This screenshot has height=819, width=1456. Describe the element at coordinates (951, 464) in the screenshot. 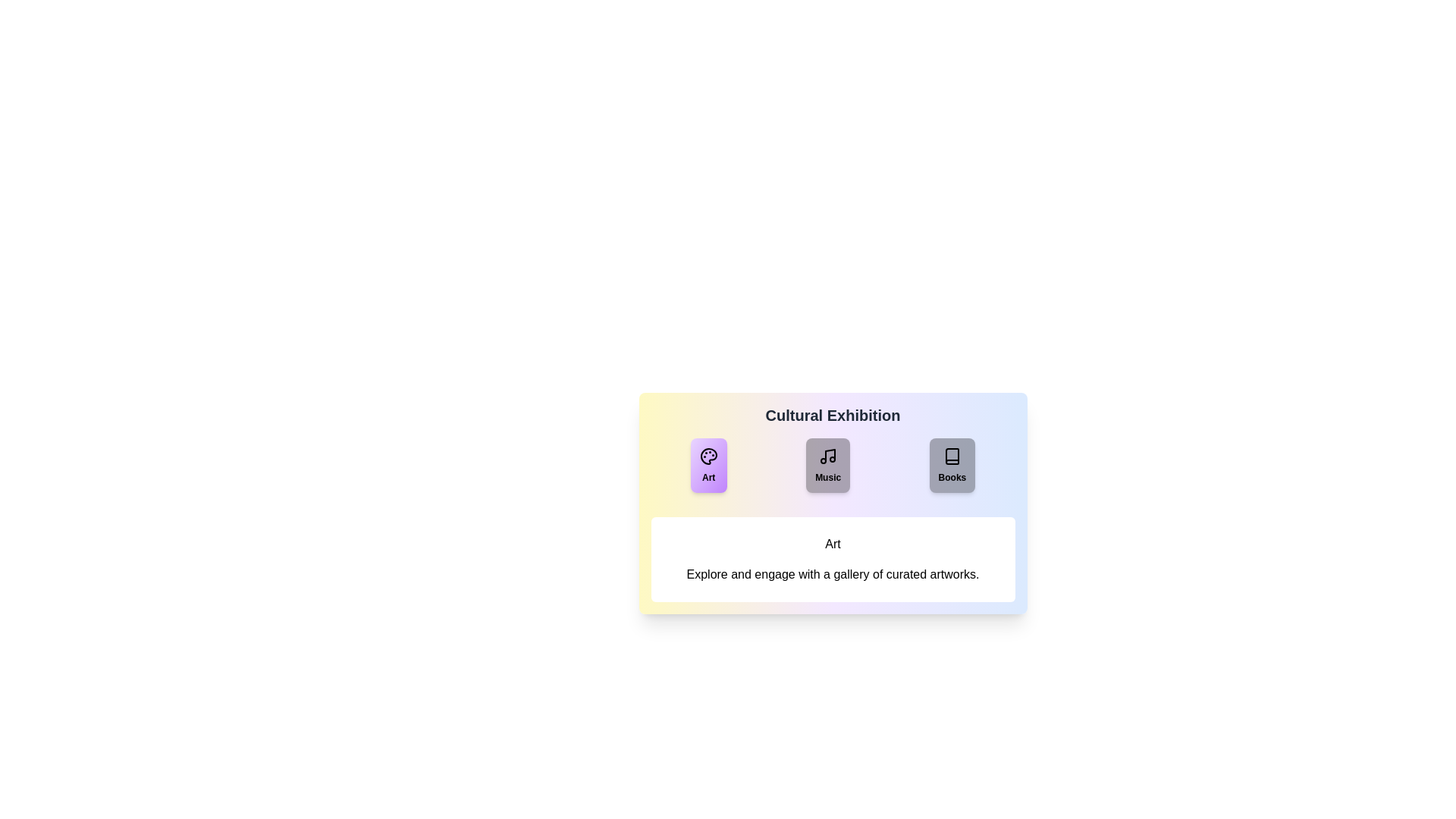

I see `the Books tab by clicking on its button` at that location.